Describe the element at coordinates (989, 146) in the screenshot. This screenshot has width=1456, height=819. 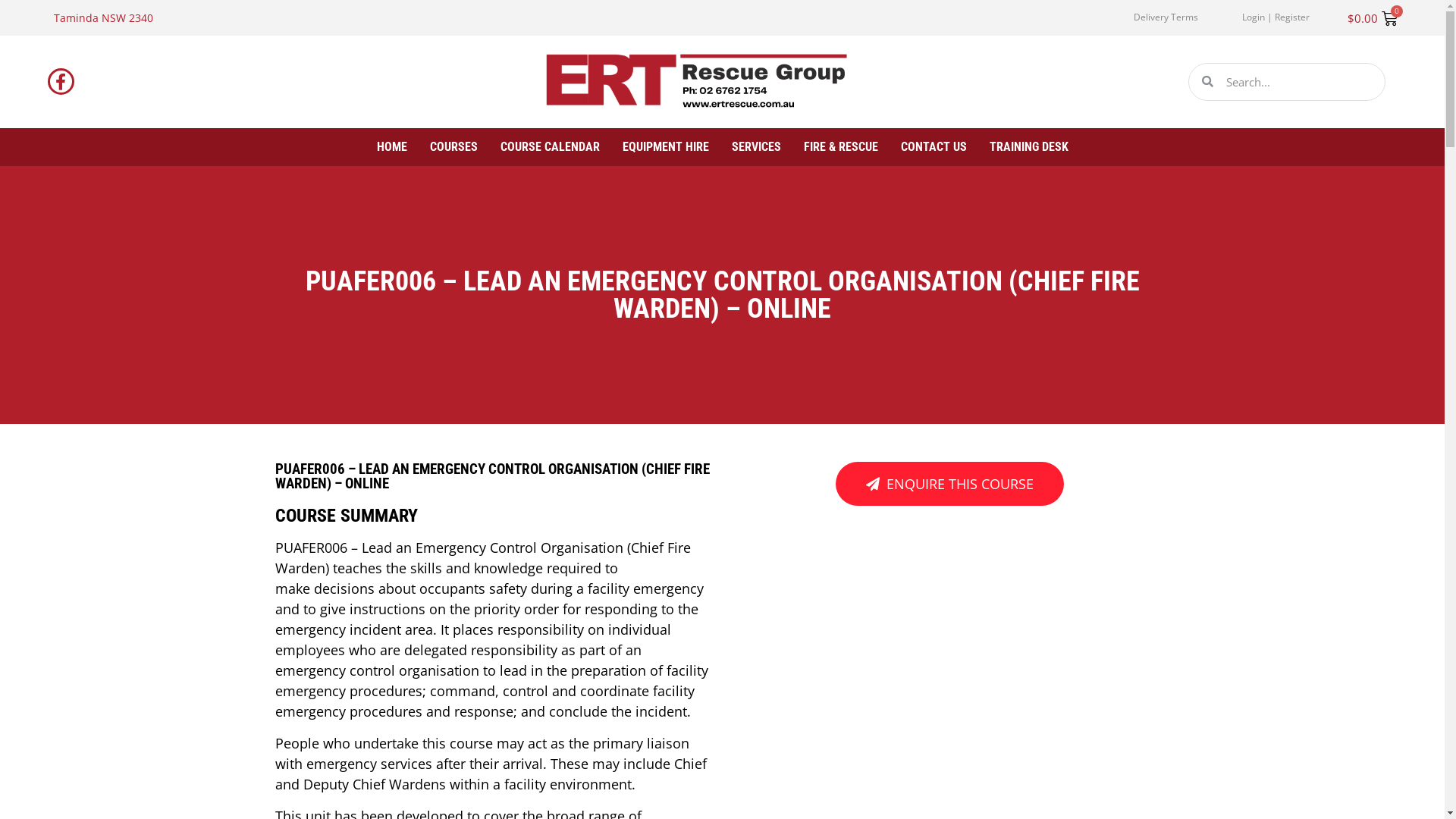
I see `'TRAINING DESK'` at that location.